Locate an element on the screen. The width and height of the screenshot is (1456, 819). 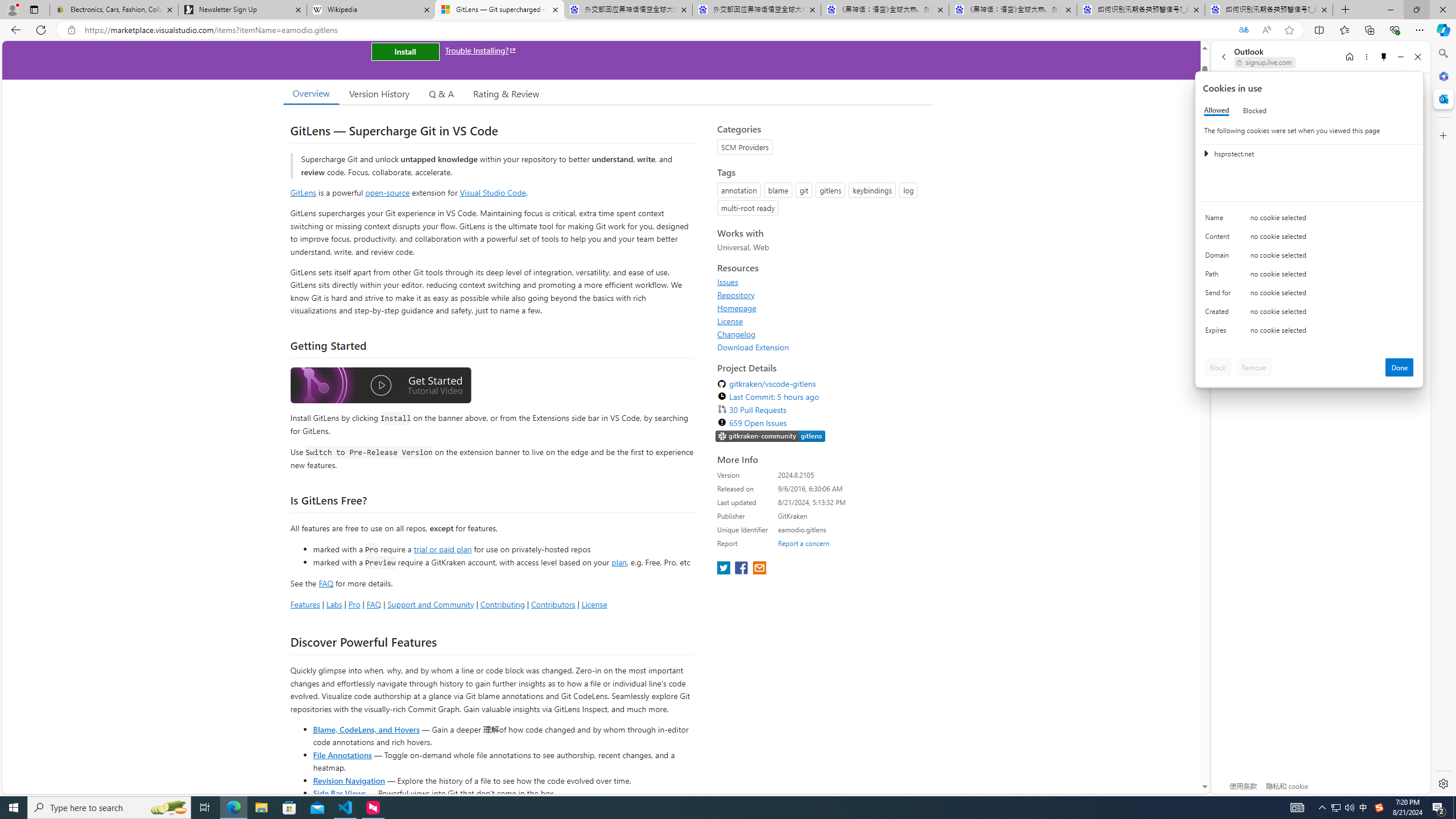
'Block' is located at coordinates (1217, 367).